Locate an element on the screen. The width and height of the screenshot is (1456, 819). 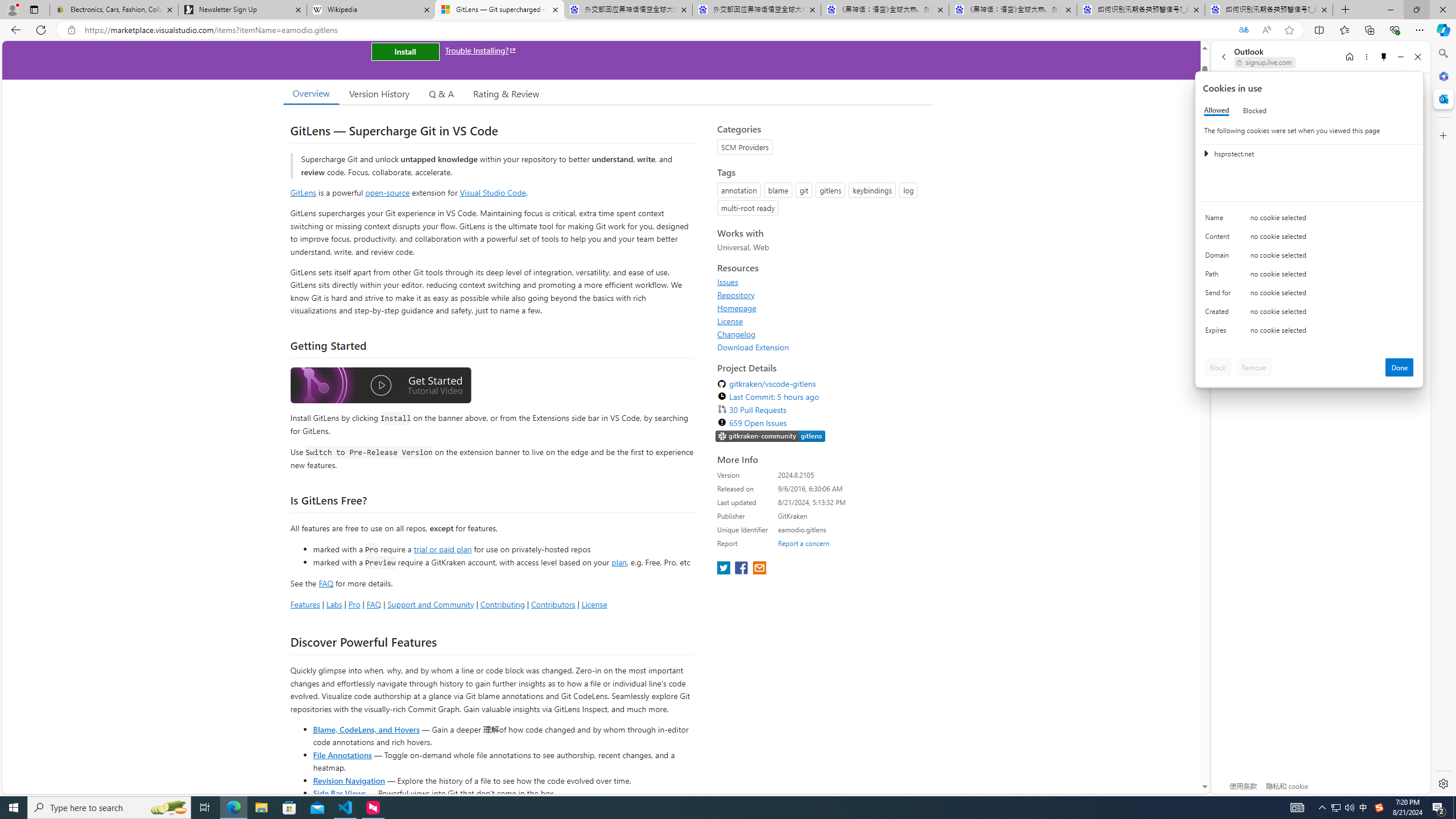
'Block' is located at coordinates (1217, 367).